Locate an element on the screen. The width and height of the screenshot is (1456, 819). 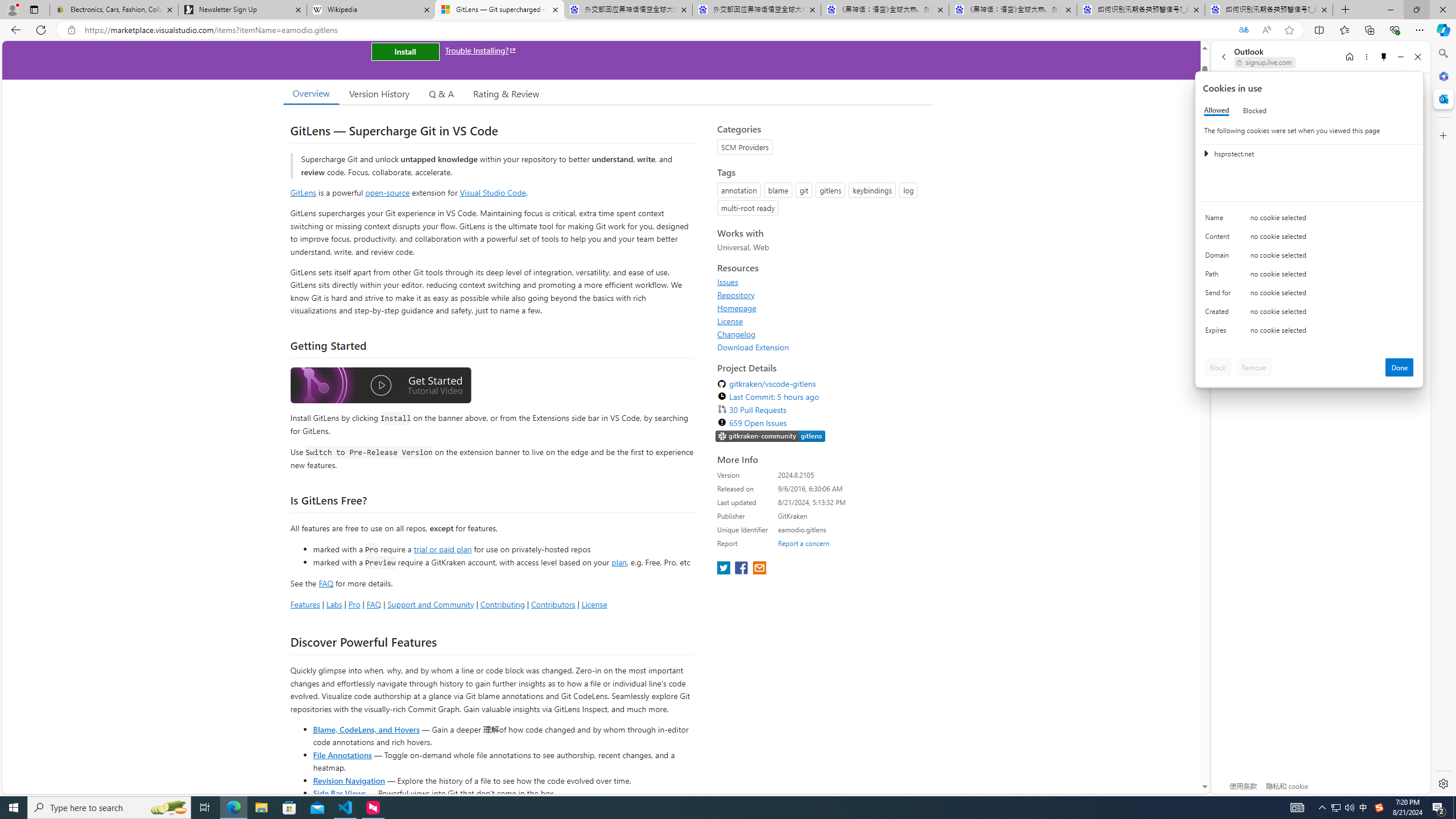
'Block' is located at coordinates (1217, 367).